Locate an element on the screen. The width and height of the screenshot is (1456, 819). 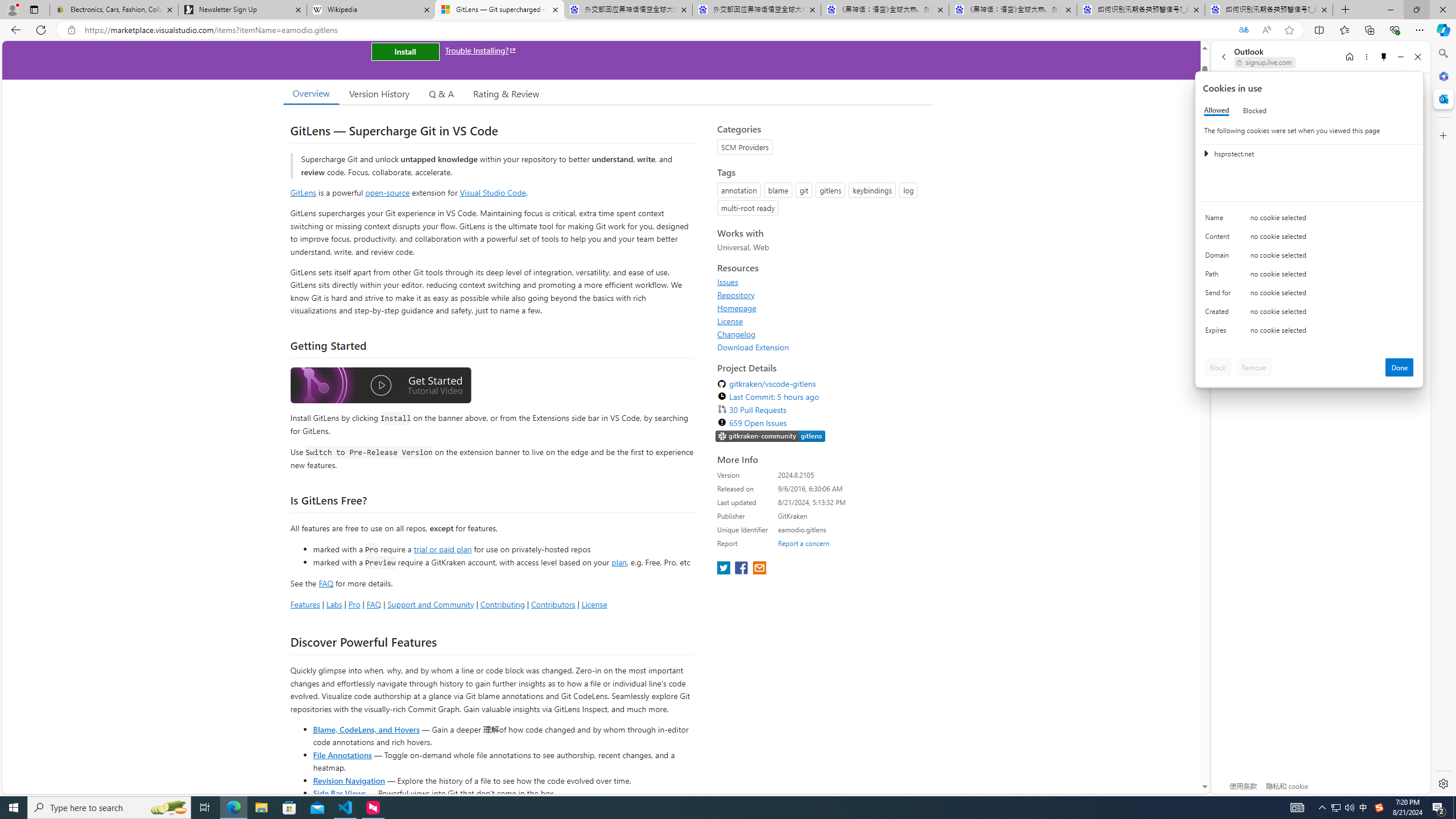
'Block' is located at coordinates (1217, 367).